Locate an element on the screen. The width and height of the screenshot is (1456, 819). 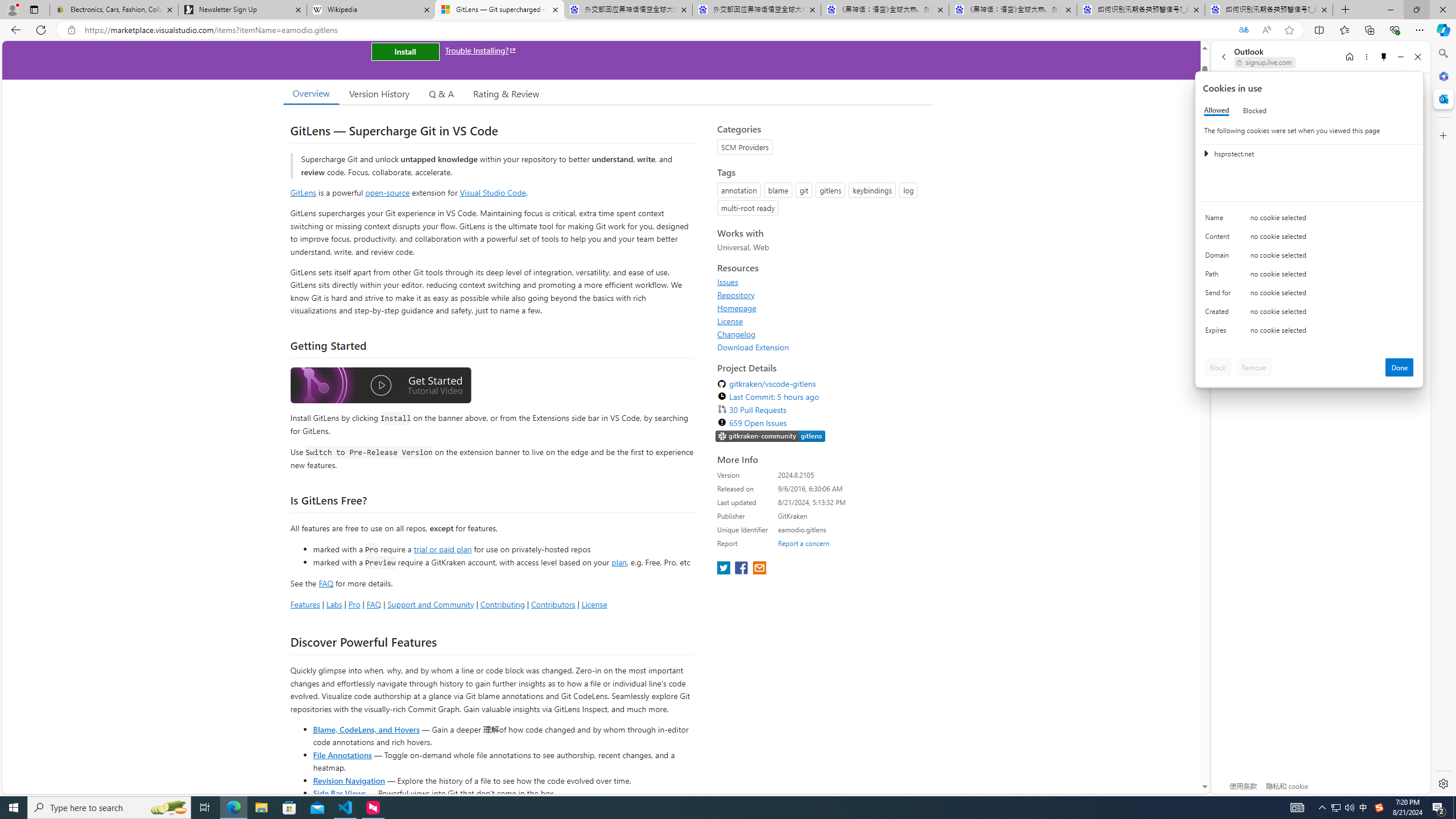
'Block' is located at coordinates (1217, 367).